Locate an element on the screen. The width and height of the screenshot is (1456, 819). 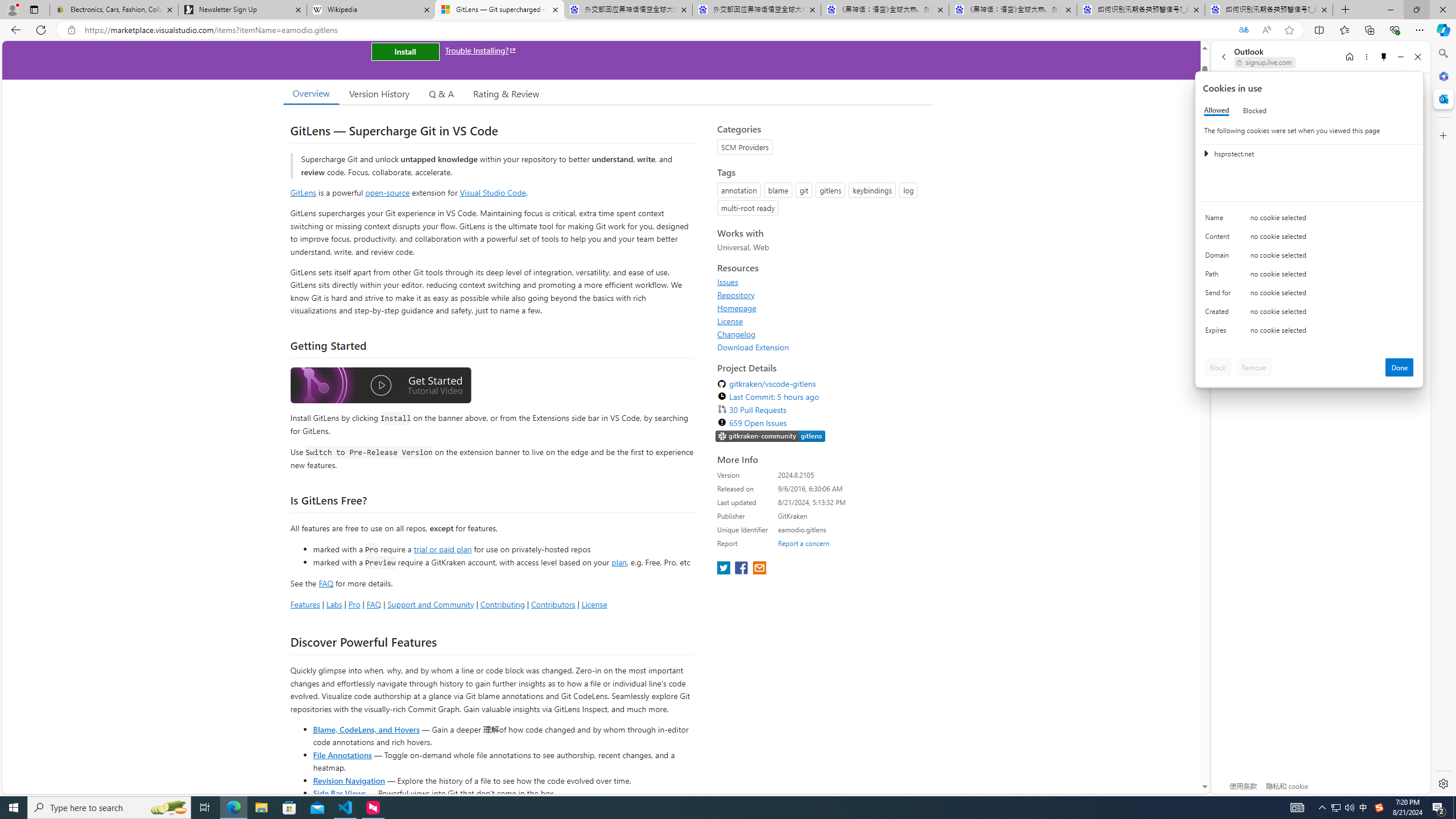
'Block' is located at coordinates (1217, 367).